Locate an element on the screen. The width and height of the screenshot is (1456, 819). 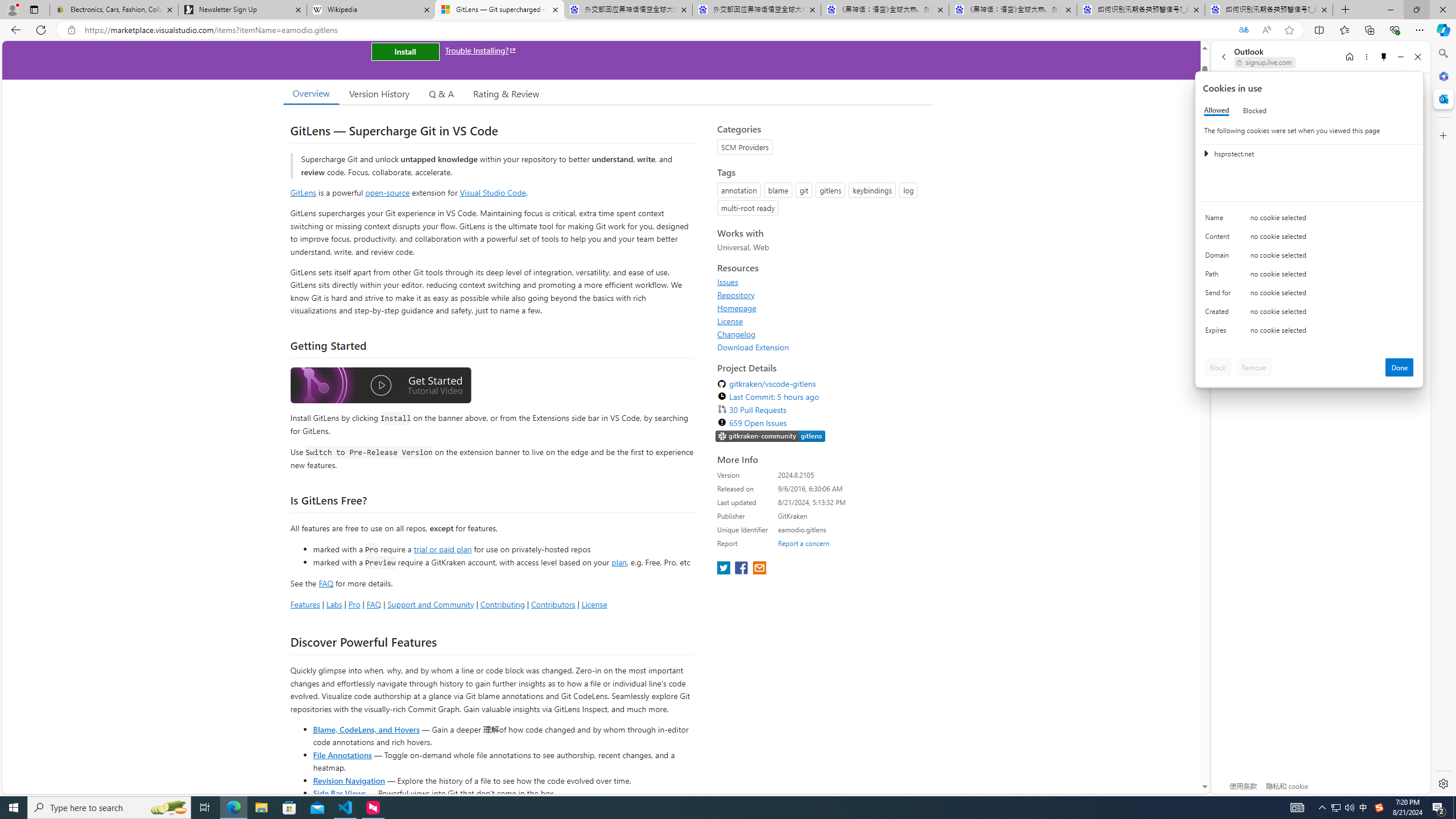
'Block' is located at coordinates (1217, 367).